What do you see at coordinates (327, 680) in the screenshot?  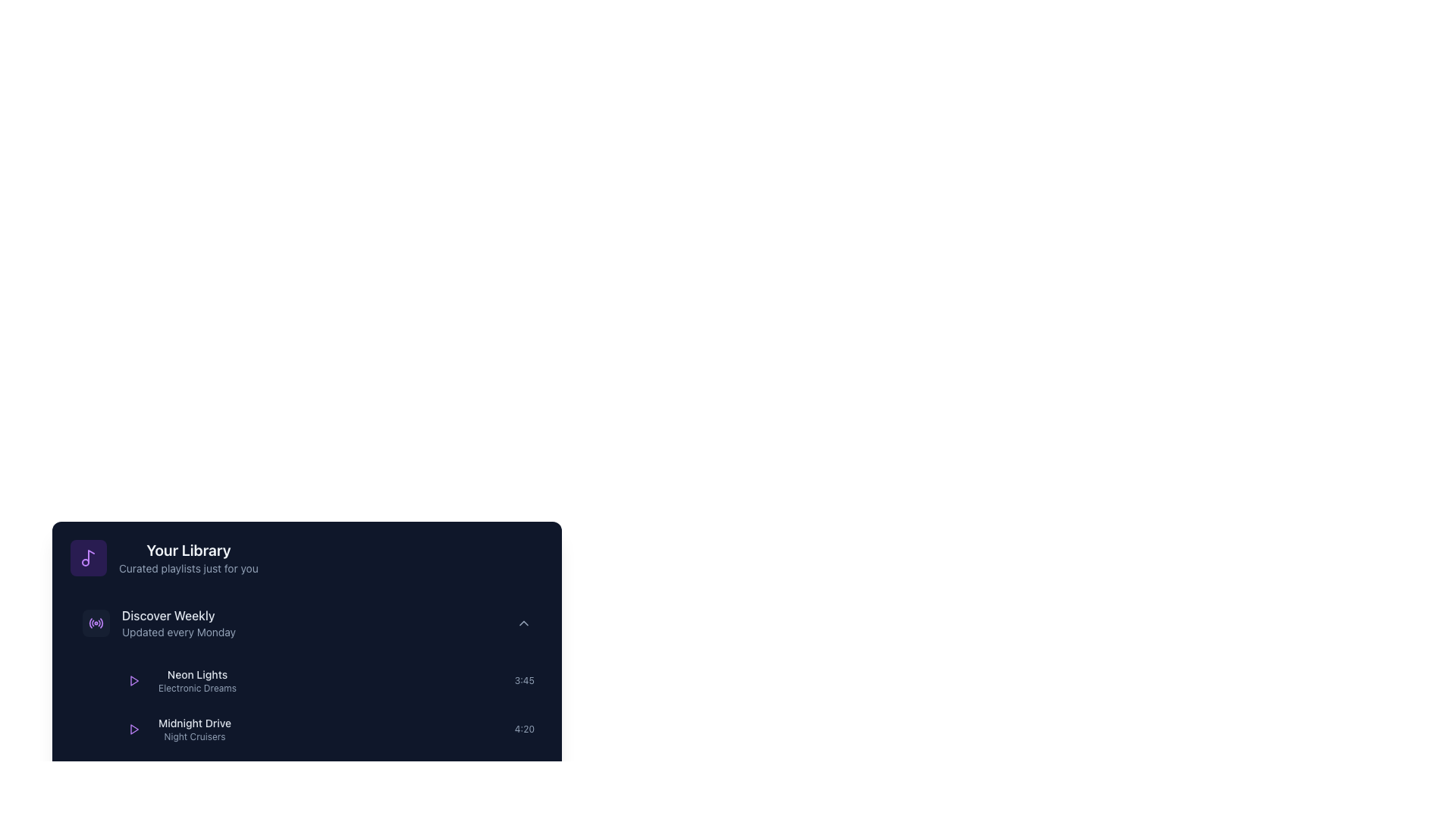 I see `the first song entry in the 'Your Library' and 'Discover Weekly' section` at bounding box center [327, 680].